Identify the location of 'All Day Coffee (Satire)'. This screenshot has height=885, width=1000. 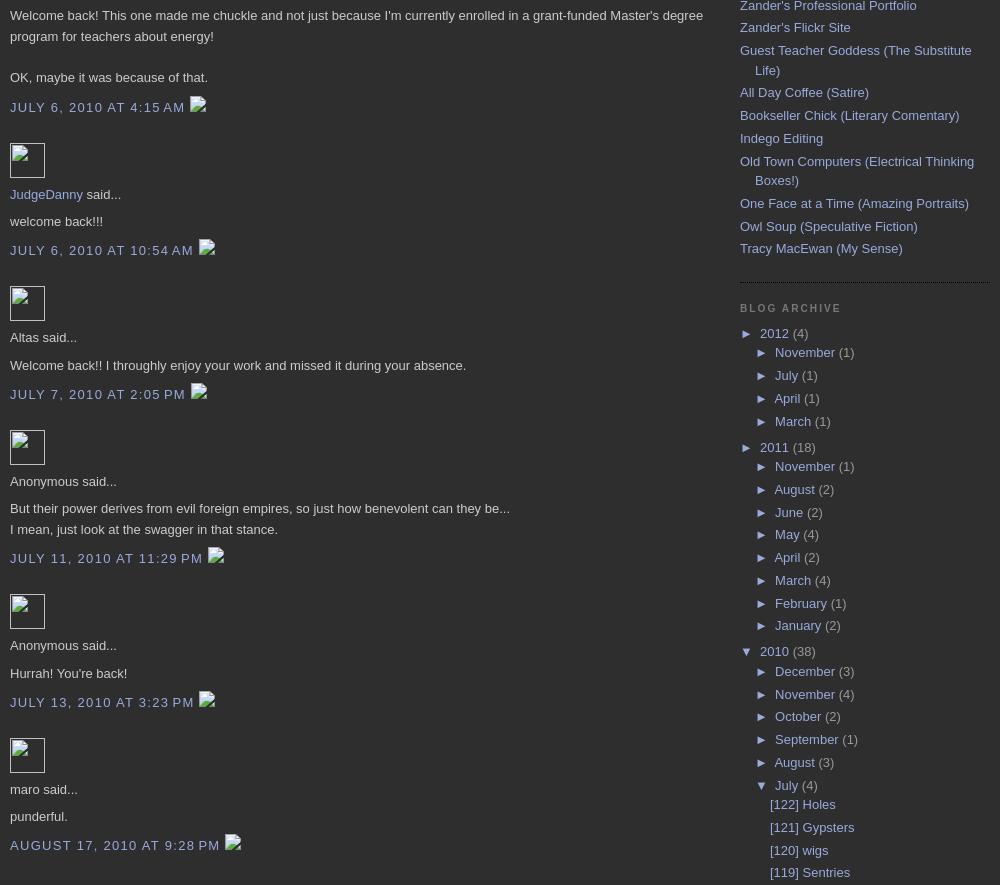
(804, 92).